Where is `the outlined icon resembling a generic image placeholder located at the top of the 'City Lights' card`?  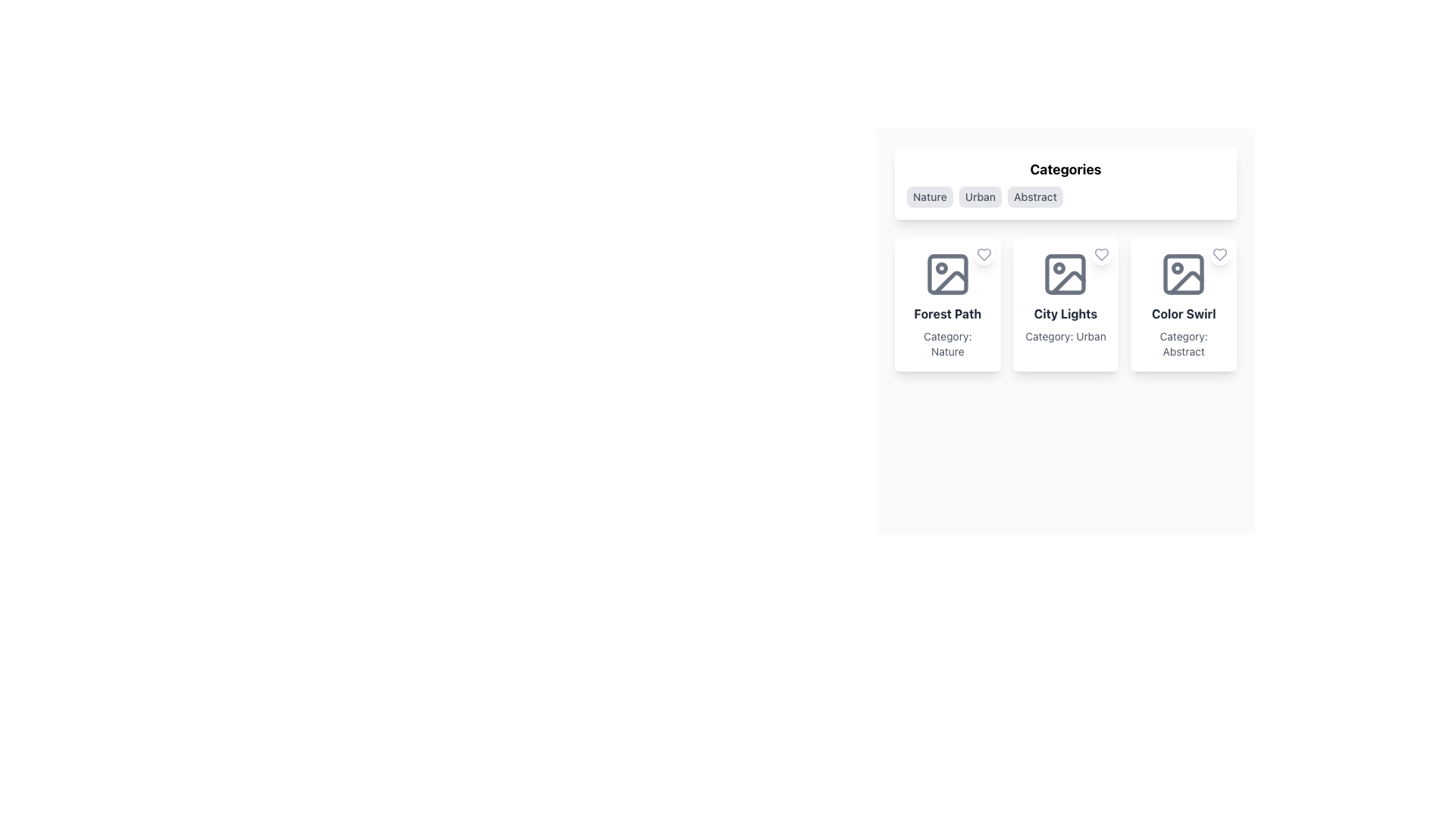
the outlined icon resembling a generic image placeholder located at the top of the 'City Lights' card is located at coordinates (1065, 275).